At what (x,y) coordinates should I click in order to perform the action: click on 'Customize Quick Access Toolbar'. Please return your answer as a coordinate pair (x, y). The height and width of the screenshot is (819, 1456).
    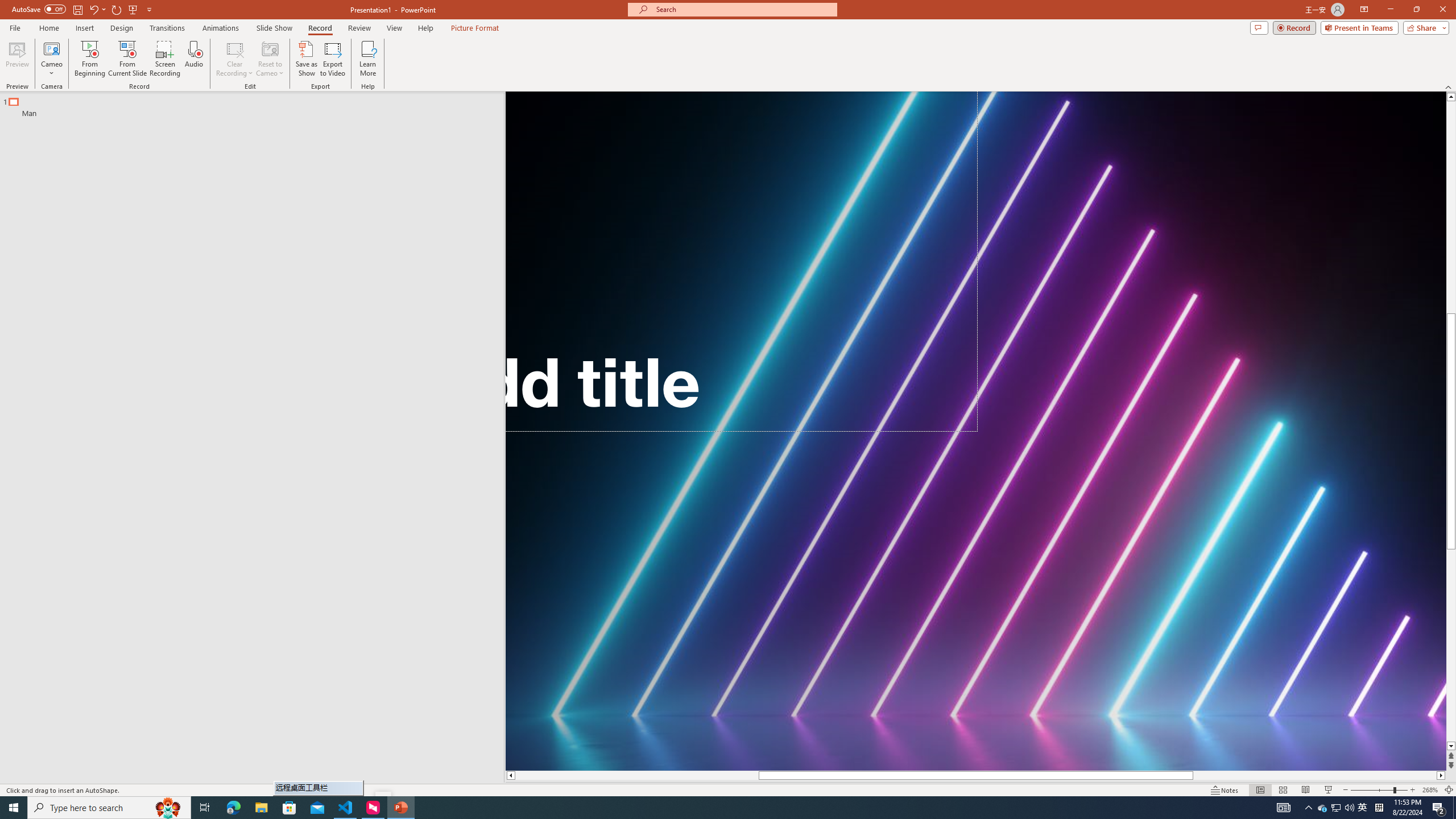
    Looking at the image, I should click on (148, 9).